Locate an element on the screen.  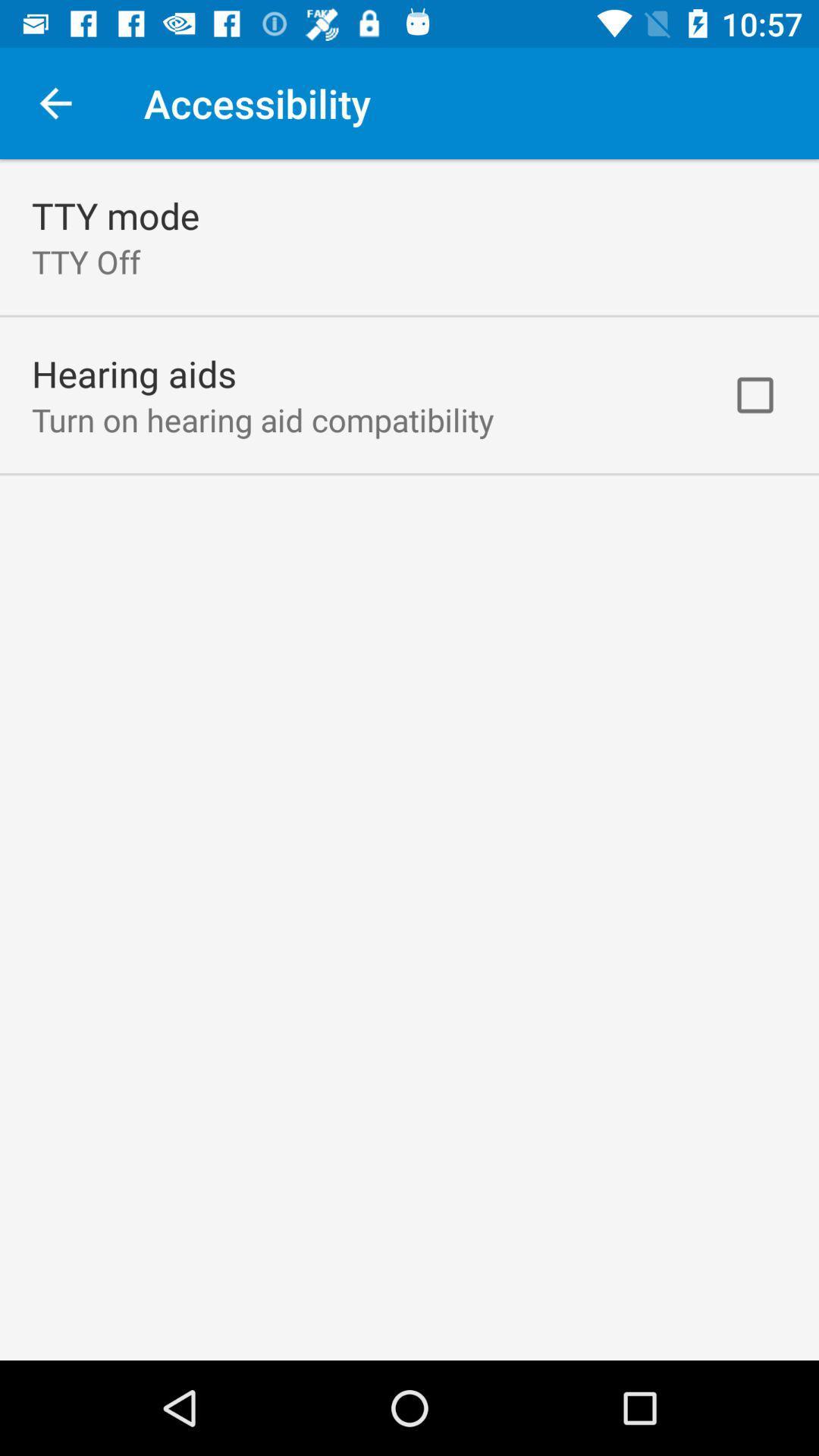
the icon above turn on hearing is located at coordinates (133, 373).